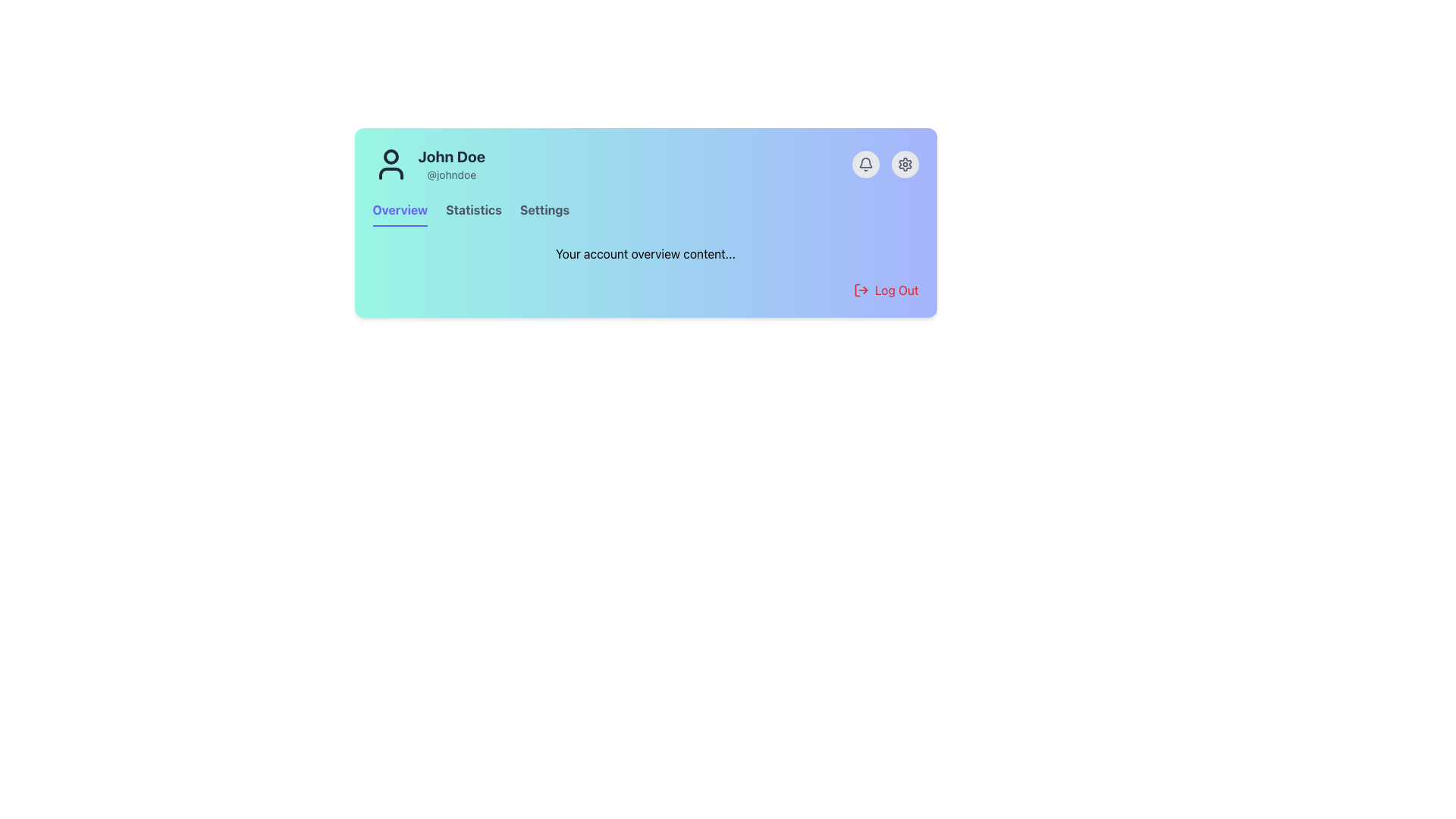 This screenshot has width=1456, height=819. Describe the element at coordinates (861, 290) in the screenshot. I see `the log out icon located in the top-right corner of the user interface, which visually represents the action of logging out and is positioned before the text label 'Log Out'` at that location.